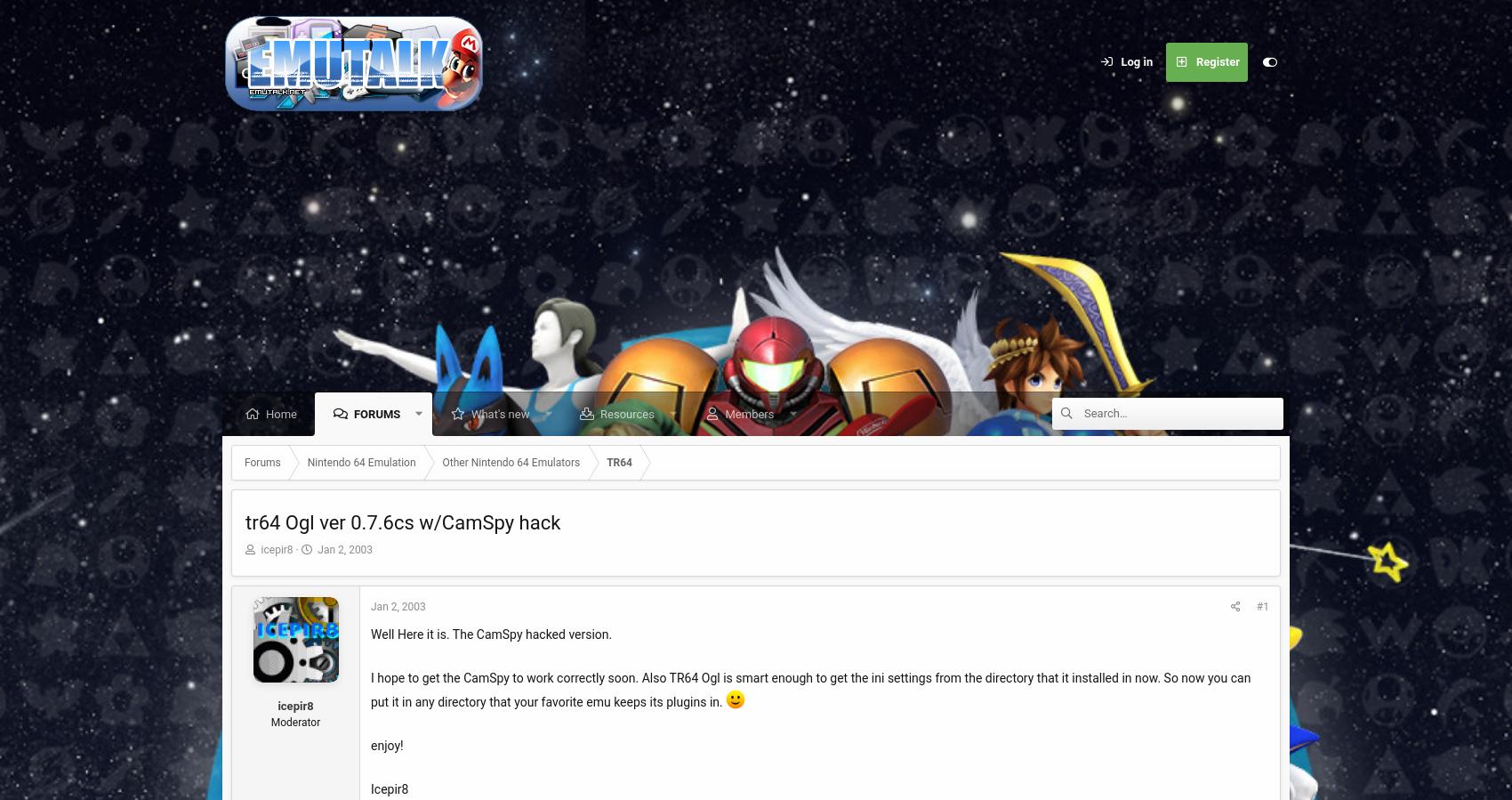  Describe the element at coordinates (1218, 61) in the screenshot. I see `'Register'` at that location.